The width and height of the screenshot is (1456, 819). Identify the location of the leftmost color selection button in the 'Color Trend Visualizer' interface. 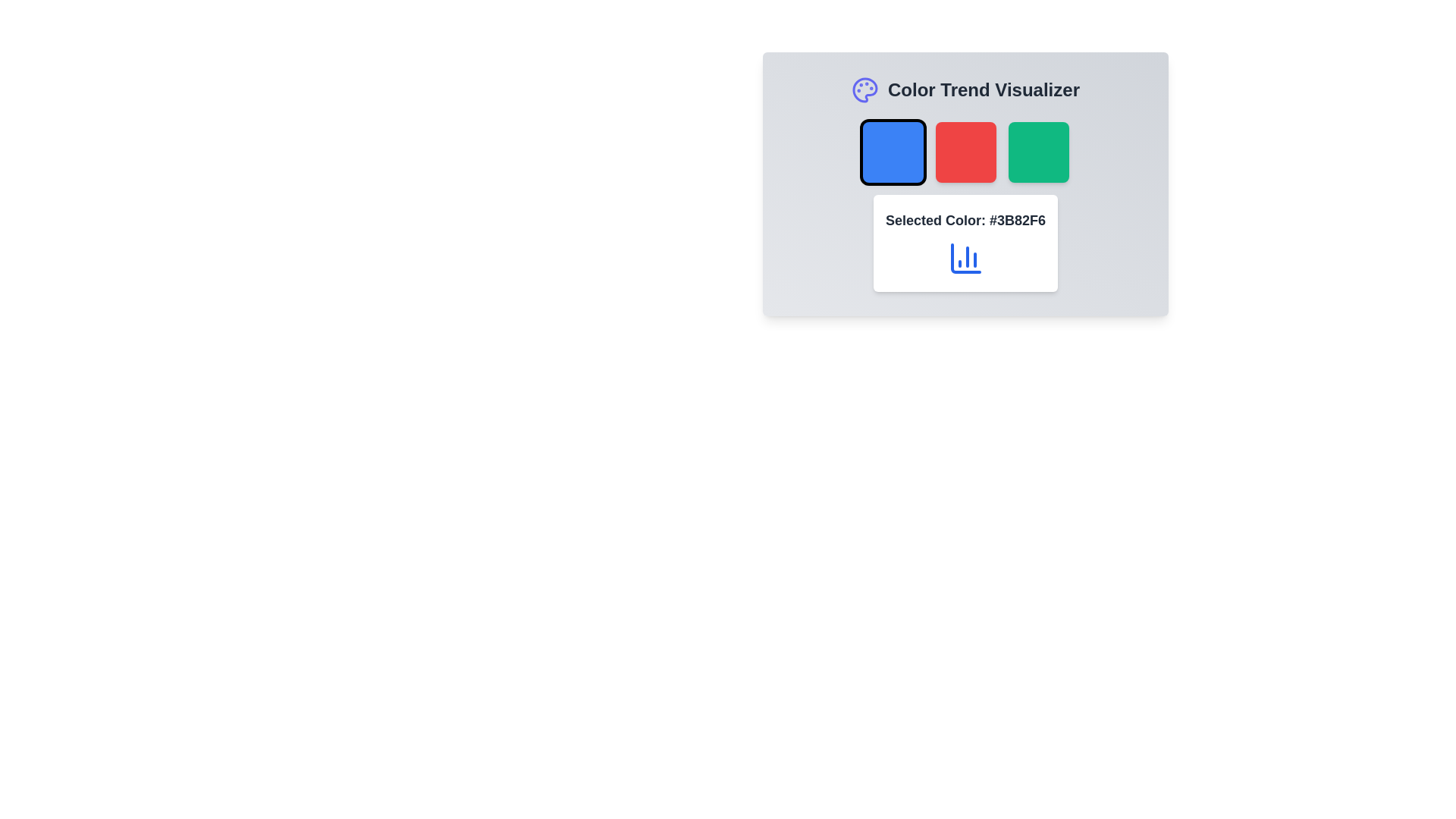
(893, 152).